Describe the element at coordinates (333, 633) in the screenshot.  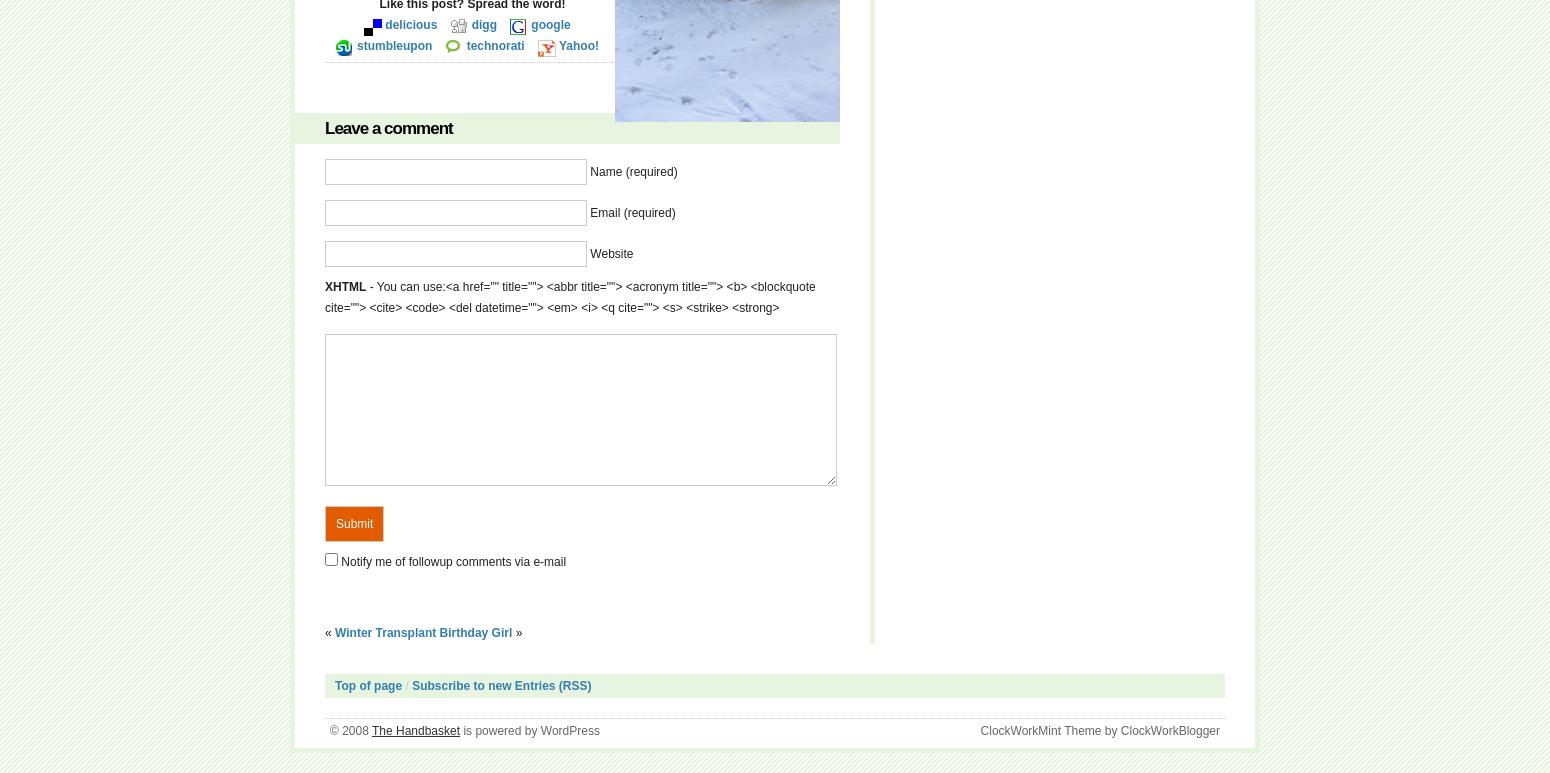
I see `'Winter Transplant'` at that location.